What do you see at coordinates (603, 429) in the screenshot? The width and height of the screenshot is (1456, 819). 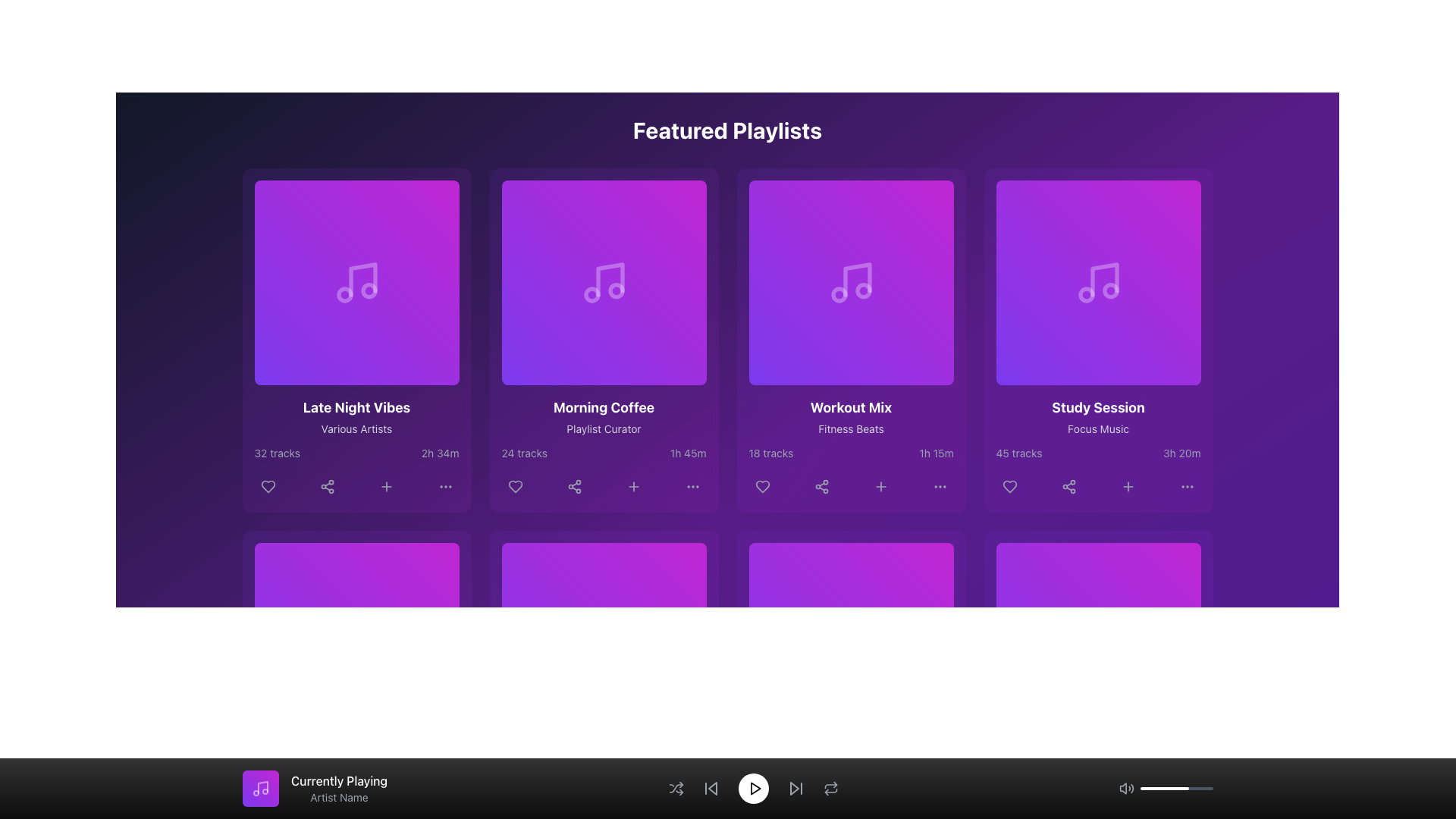 I see `the static text display that contains the words 'Playlist Curator', which is styled in gray and located below the playlist title 'Morning Coffee'` at bounding box center [603, 429].